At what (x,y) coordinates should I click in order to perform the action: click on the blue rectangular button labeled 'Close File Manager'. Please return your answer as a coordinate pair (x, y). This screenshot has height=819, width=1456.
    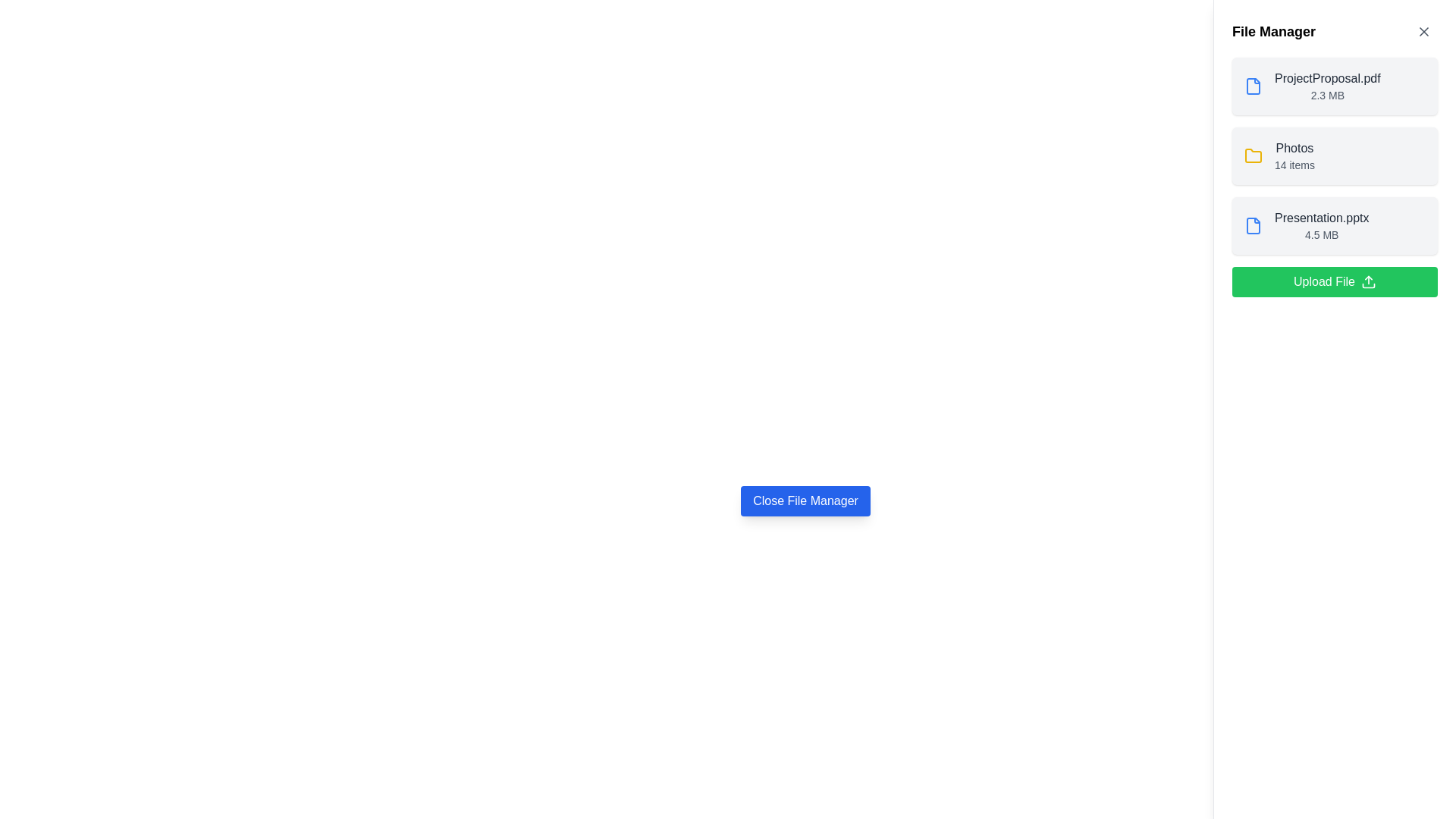
    Looking at the image, I should click on (805, 500).